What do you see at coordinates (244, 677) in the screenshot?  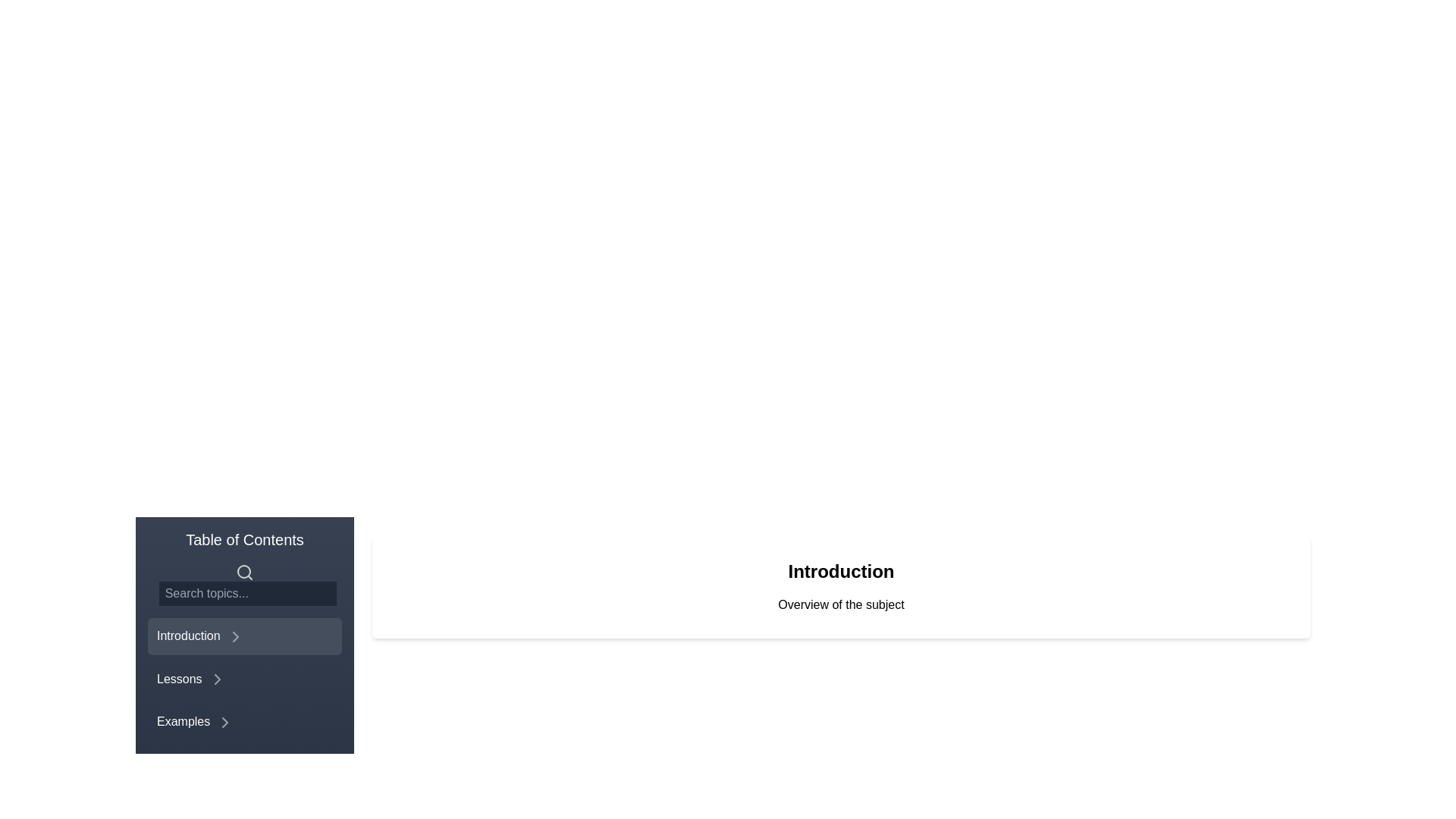 I see `the 'Lessons' button located directly below the 'Introduction' button in the sidebar` at bounding box center [244, 677].